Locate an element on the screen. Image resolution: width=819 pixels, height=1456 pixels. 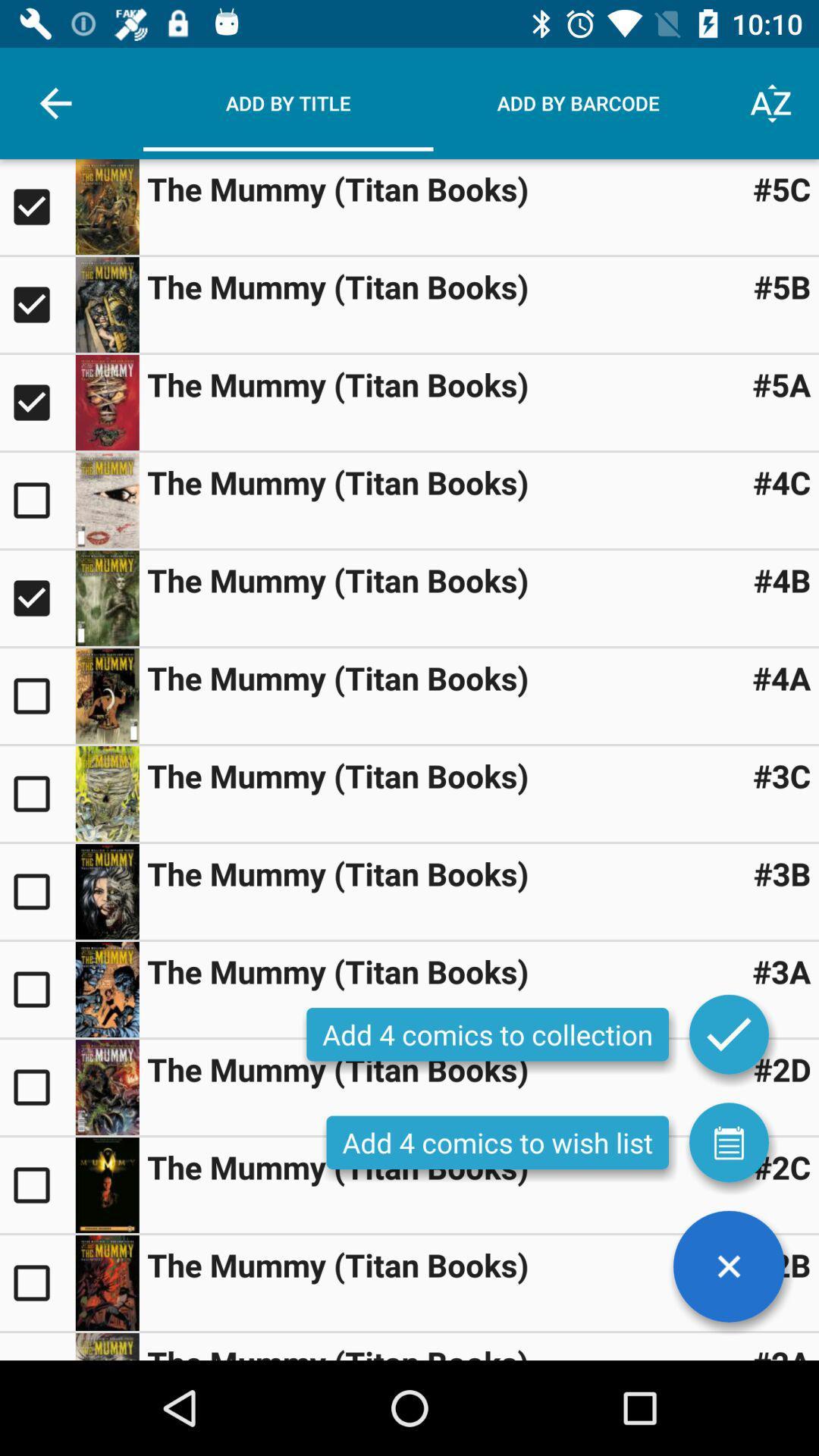
icon next to the mummy titan is located at coordinates (781, 971).